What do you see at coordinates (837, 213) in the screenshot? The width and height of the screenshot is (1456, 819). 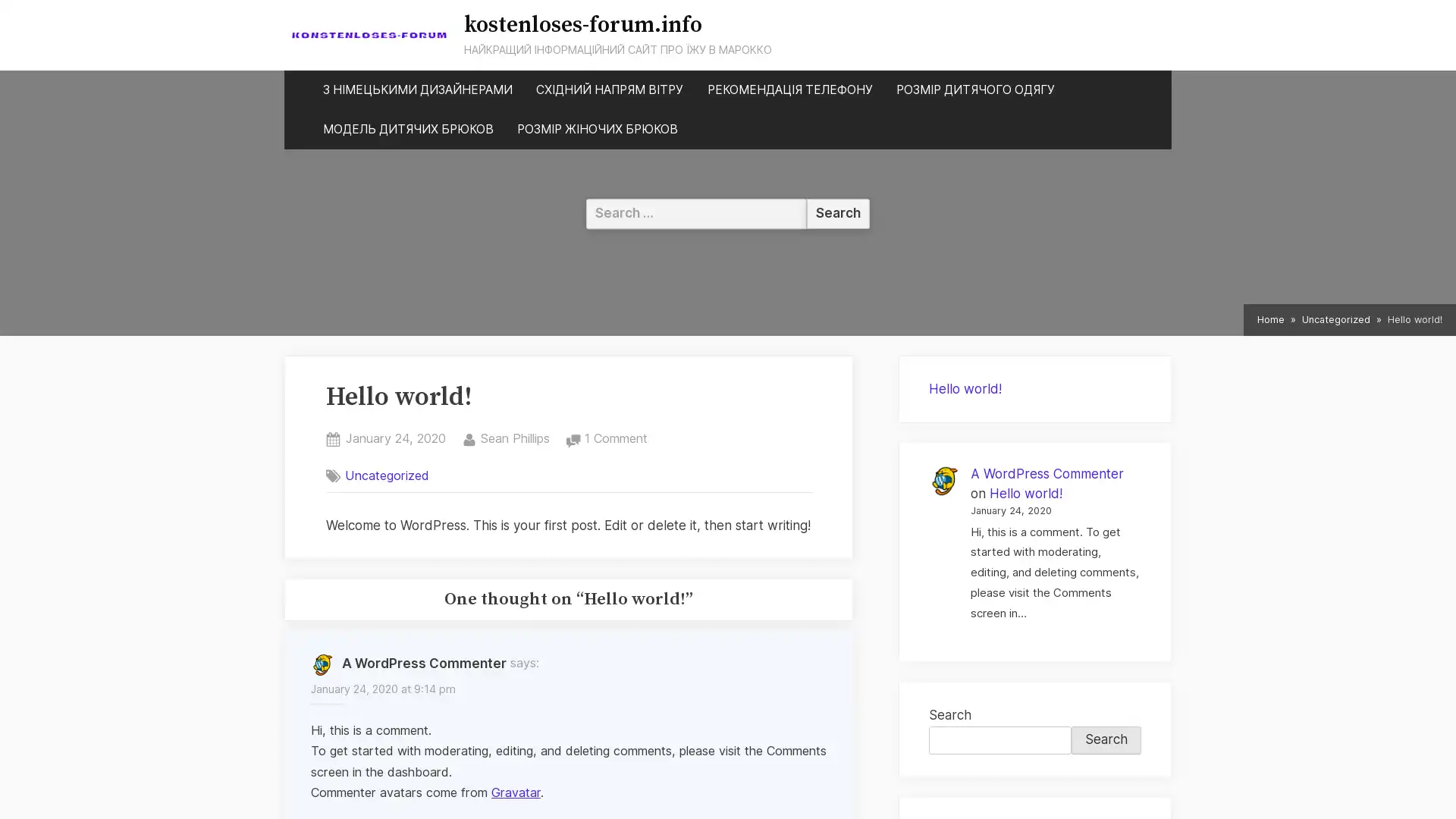 I see `Search` at bounding box center [837, 213].